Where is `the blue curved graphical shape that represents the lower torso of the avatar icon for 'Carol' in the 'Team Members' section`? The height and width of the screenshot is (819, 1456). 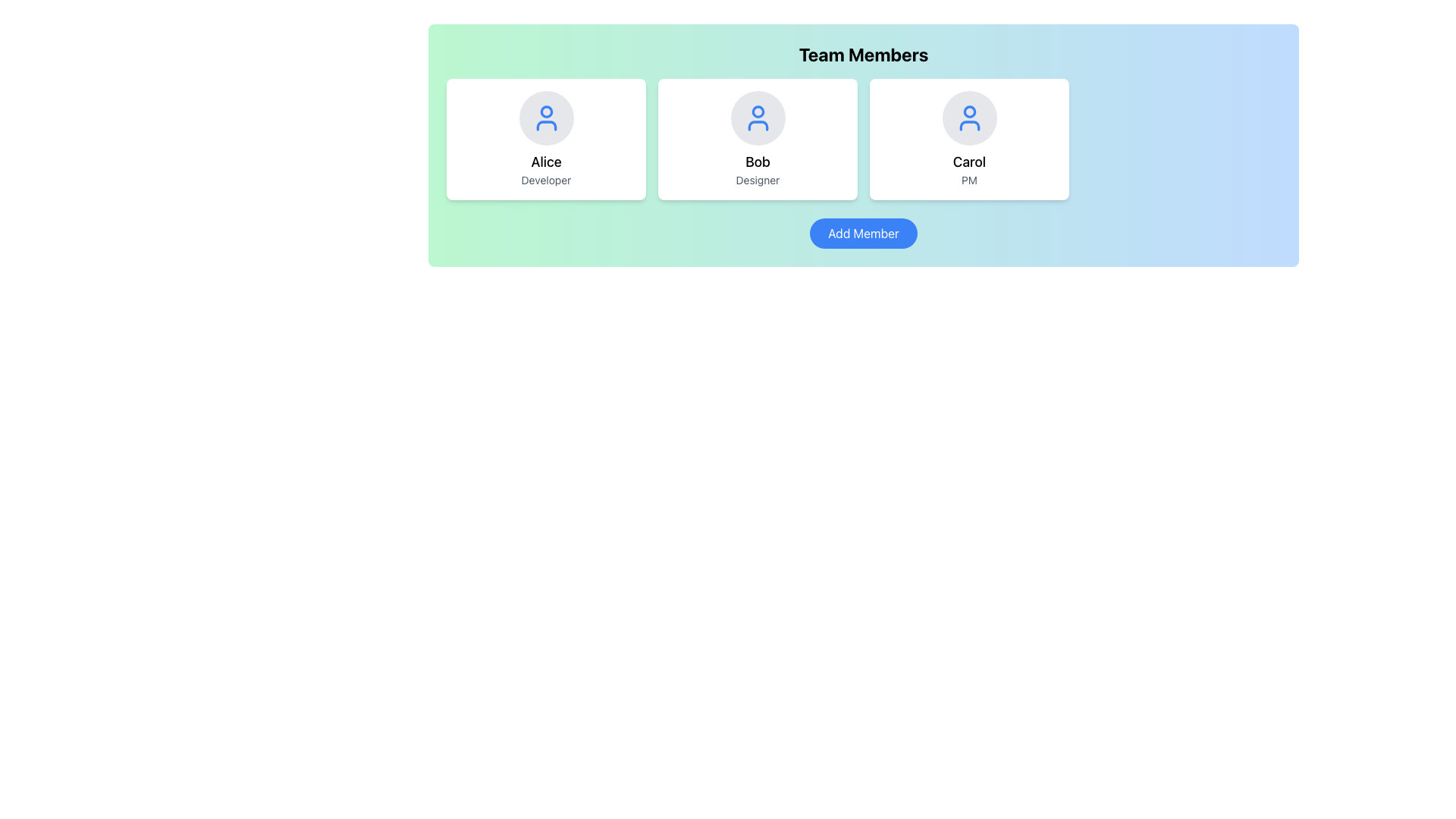 the blue curved graphical shape that represents the lower torso of the avatar icon for 'Carol' in the 'Team Members' section is located at coordinates (968, 124).